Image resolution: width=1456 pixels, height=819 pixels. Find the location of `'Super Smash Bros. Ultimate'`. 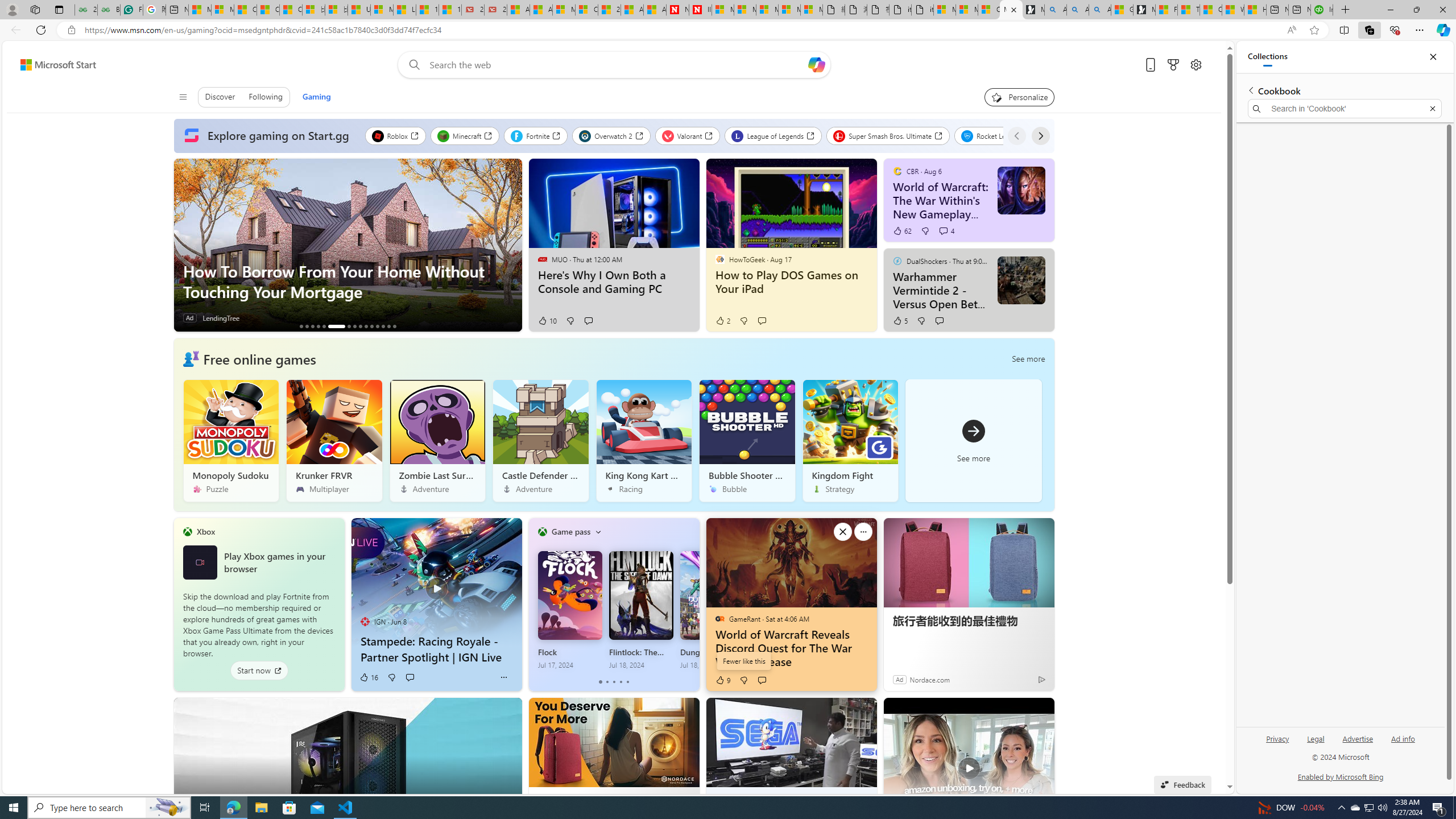

'Super Smash Bros. Ultimate' is located at coordinates (888, 135).